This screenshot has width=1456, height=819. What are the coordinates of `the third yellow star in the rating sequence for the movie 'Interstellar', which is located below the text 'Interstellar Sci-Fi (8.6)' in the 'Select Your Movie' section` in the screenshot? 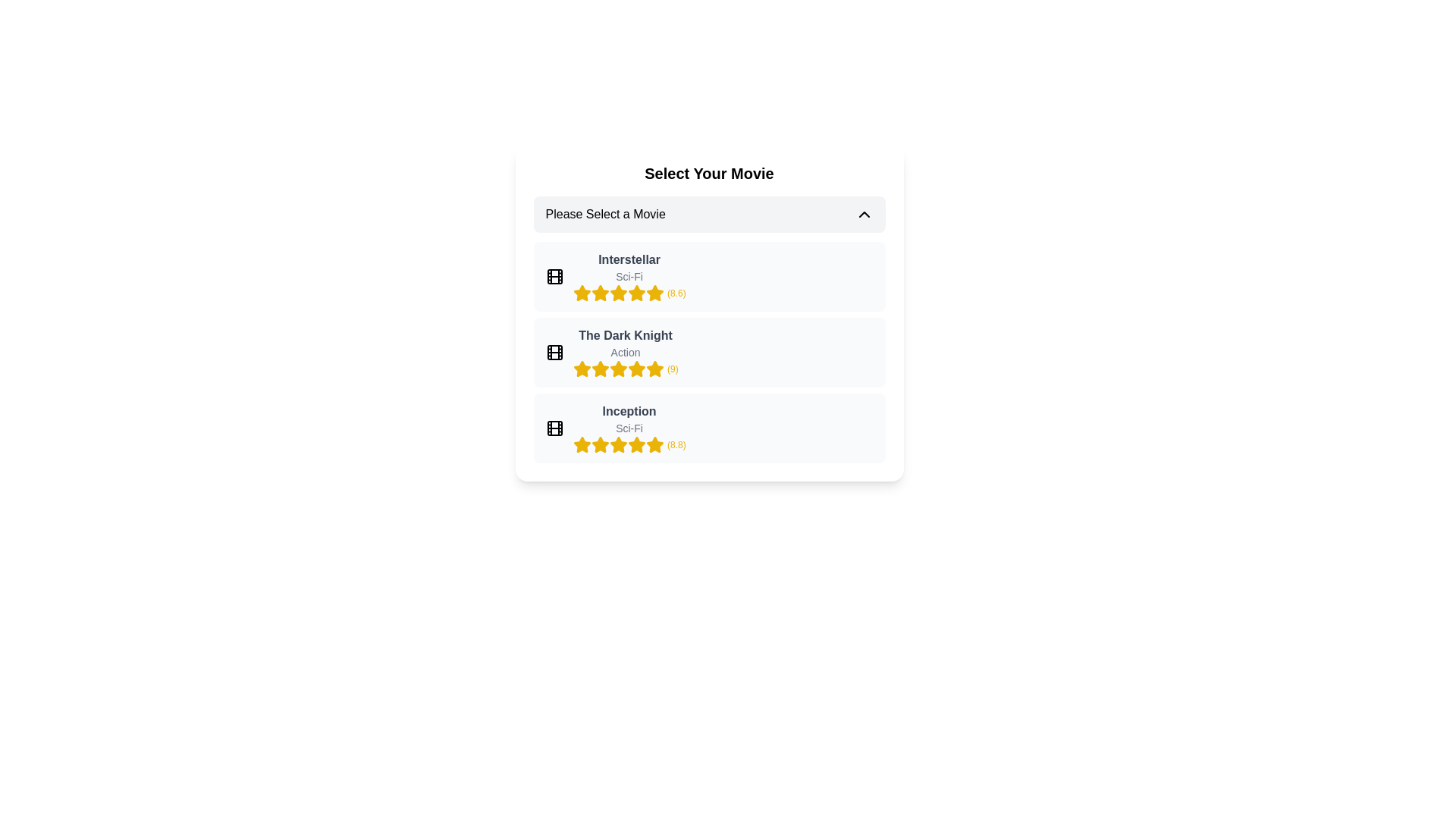 It's located at (599, 293).